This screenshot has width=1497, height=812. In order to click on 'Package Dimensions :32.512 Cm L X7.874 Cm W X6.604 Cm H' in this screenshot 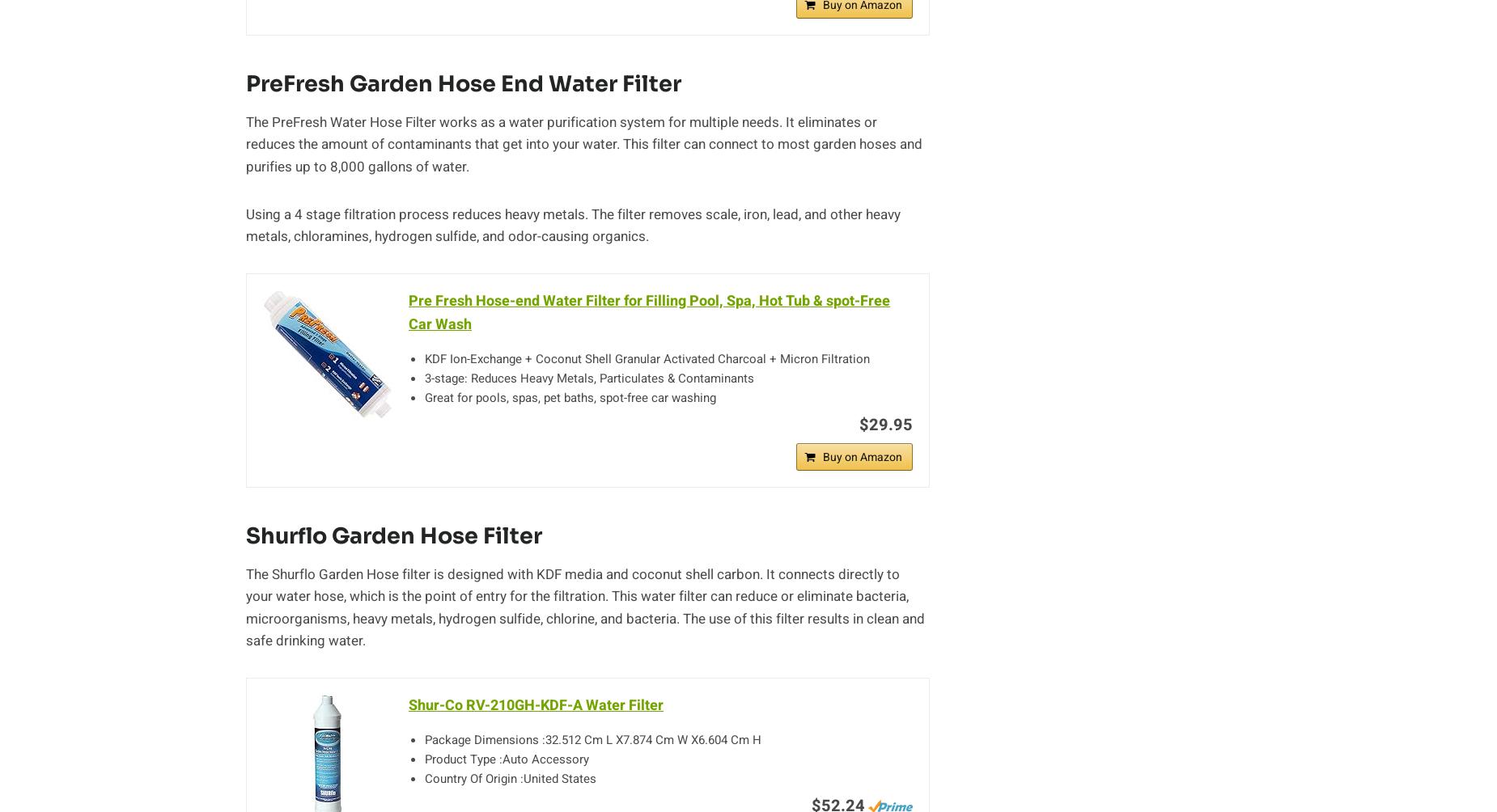, I will do `click(425, 738)`.